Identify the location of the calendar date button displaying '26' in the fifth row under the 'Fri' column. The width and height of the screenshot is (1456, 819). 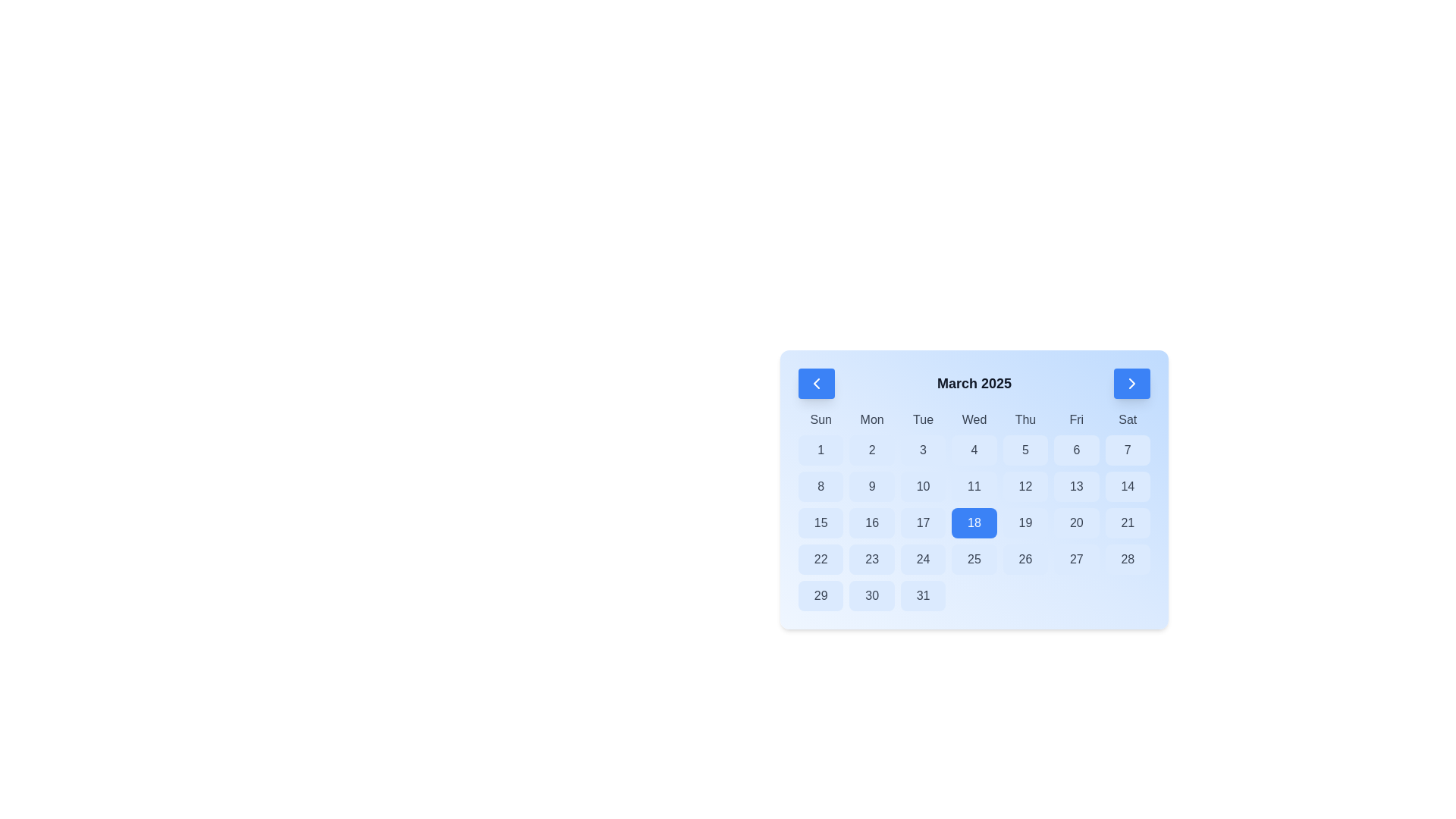
(1025, 559).